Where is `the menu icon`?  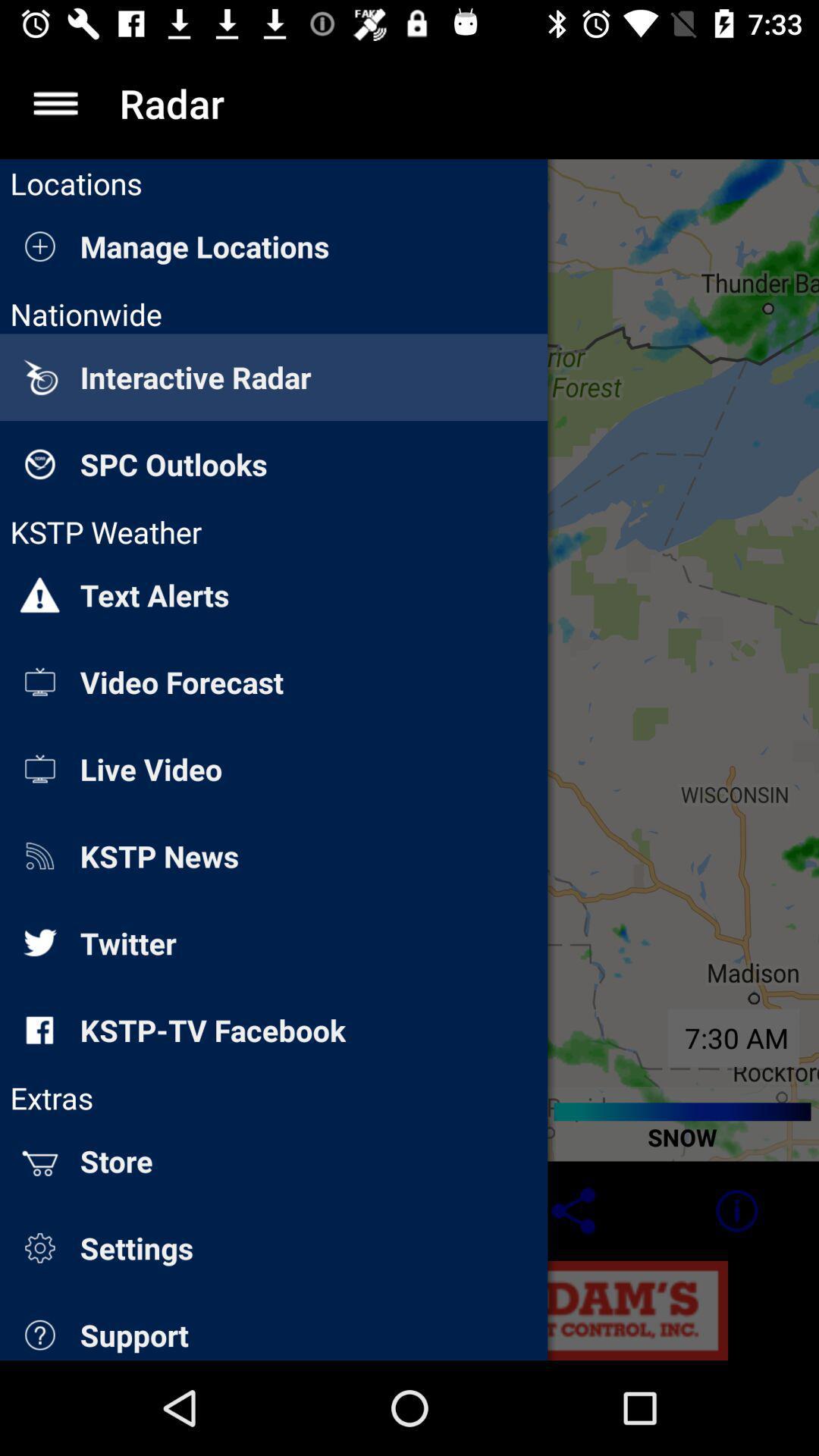 the menu icon is located at coordinates (55, 102).